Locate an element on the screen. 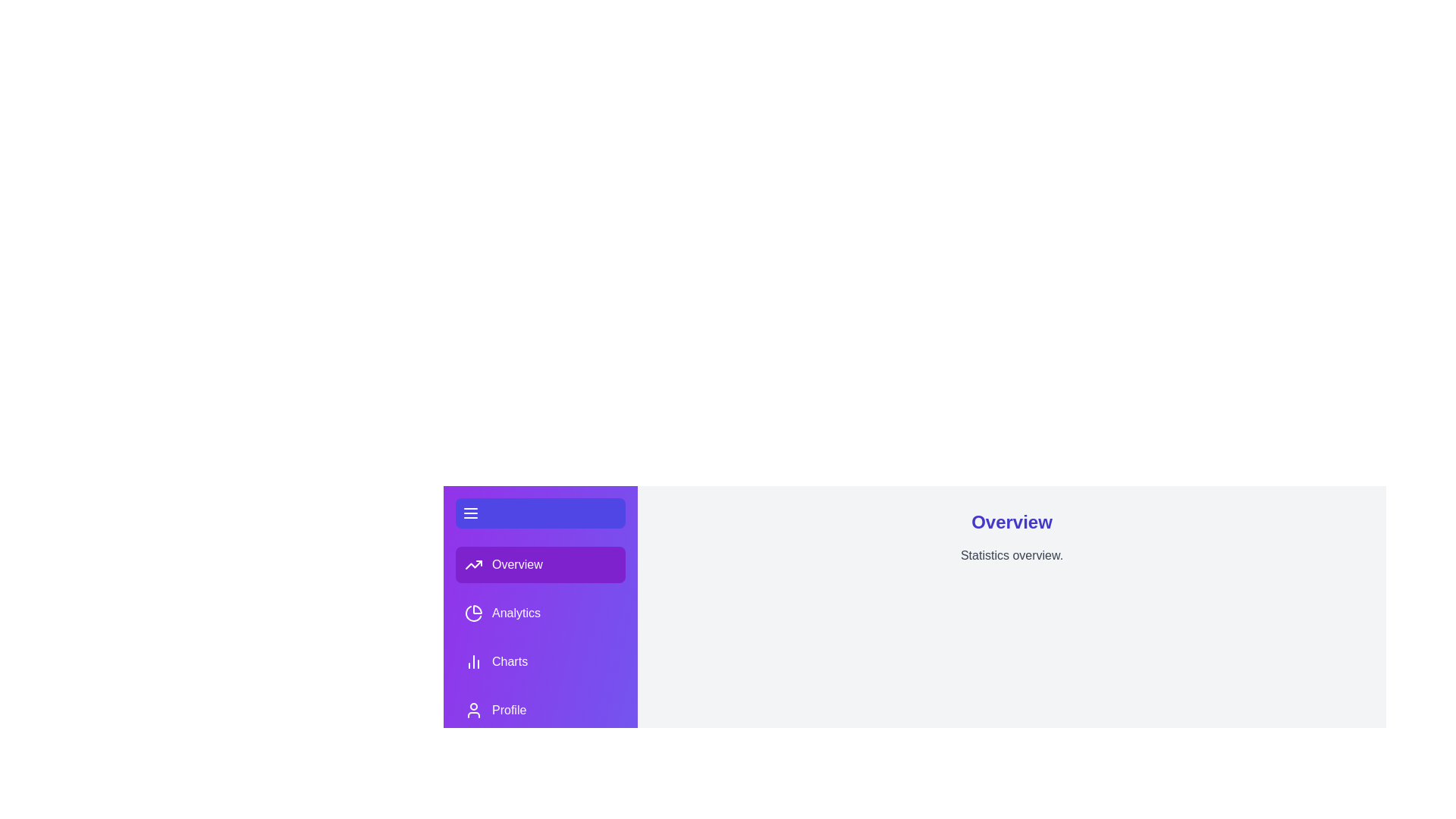 This screenshot has width=1456, height=819. the Analytics section from the navigation menu is located at coordinates (541, 613).